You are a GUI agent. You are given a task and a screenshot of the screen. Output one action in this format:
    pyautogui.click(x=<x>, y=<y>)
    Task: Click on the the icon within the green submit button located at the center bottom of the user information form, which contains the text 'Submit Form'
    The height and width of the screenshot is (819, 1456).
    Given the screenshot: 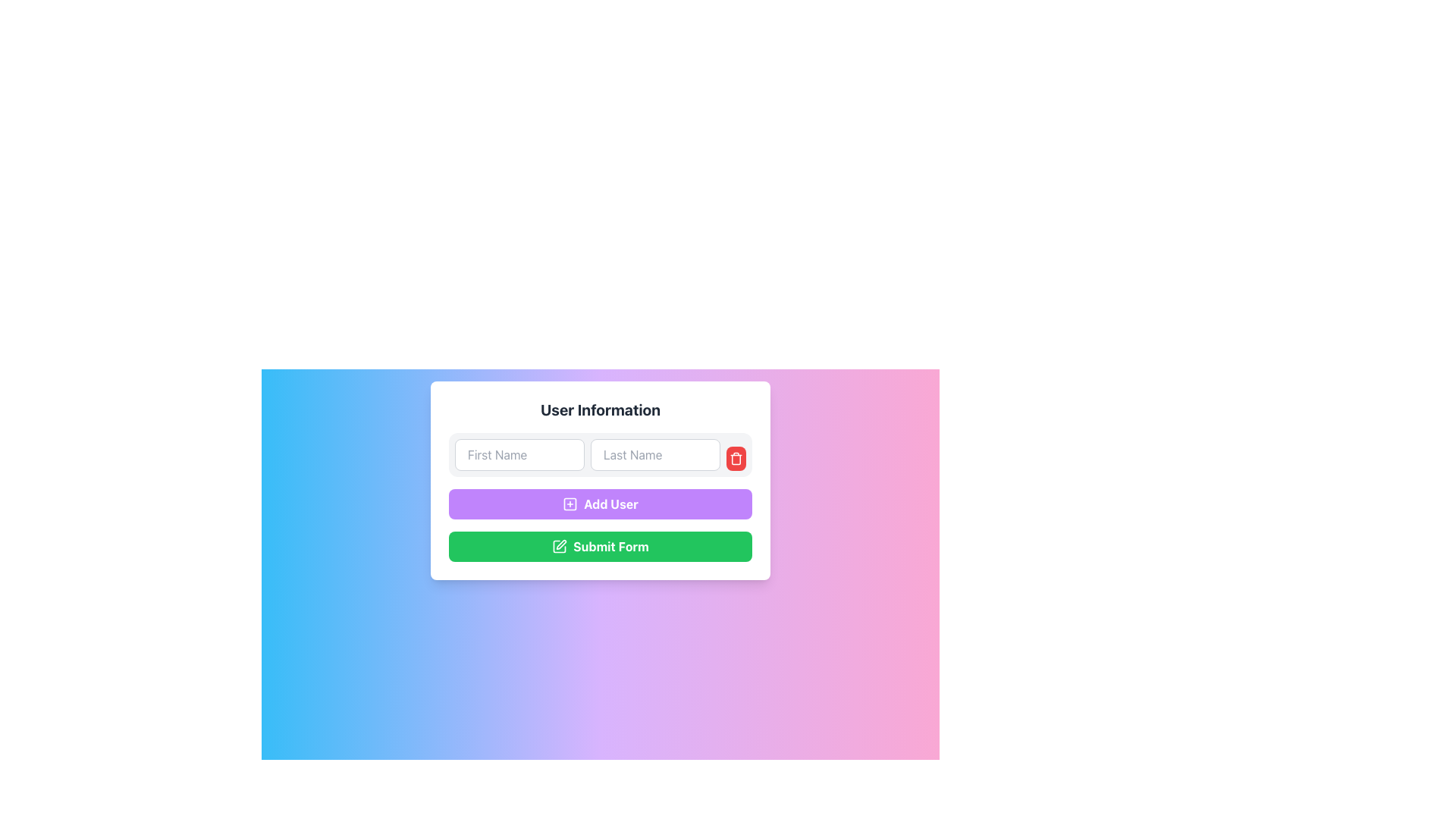 What is the action you would take?
    pyautogui.click(x=560, y=544)
    